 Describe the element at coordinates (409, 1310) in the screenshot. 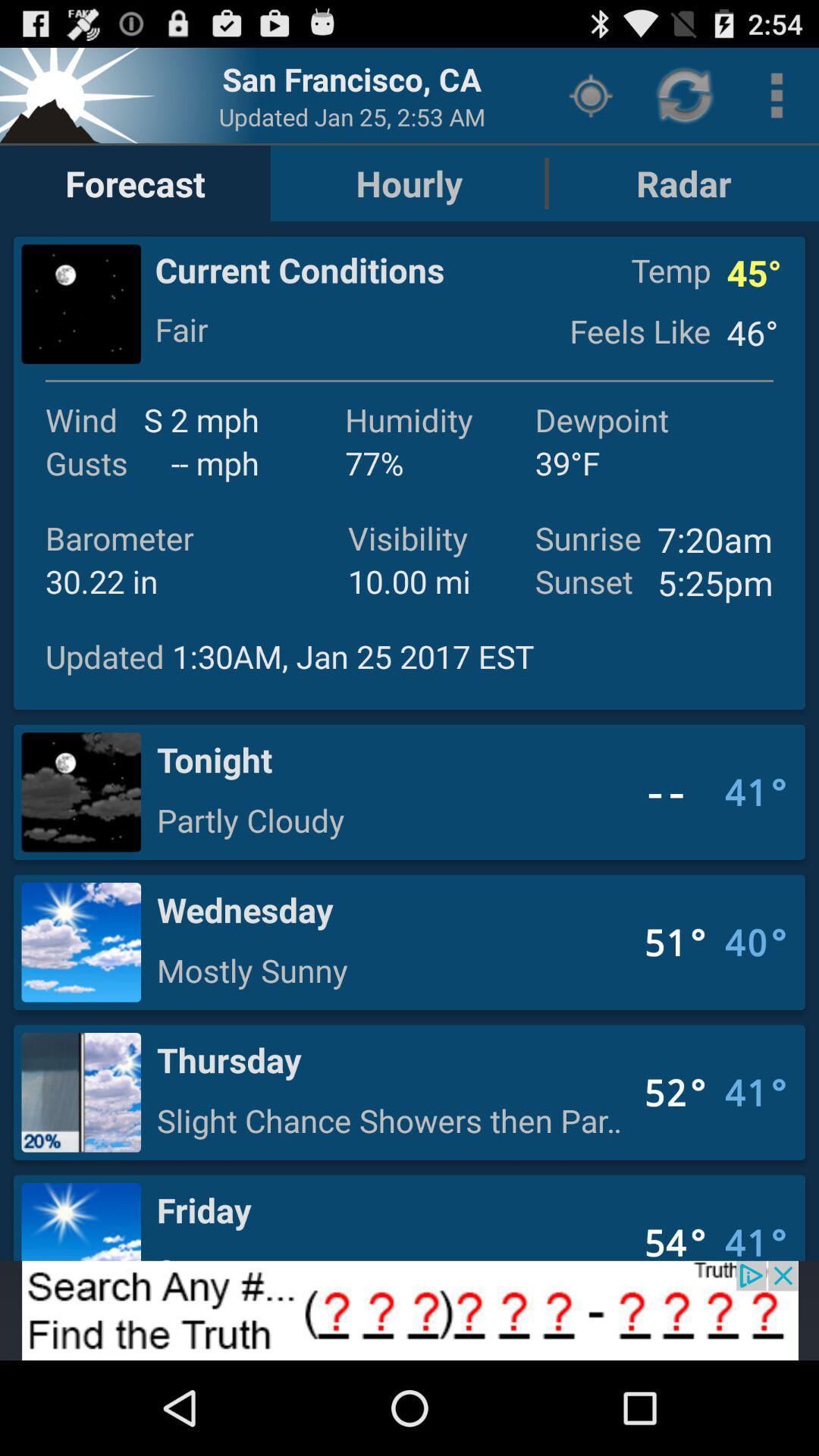

I see `search button` at that location.